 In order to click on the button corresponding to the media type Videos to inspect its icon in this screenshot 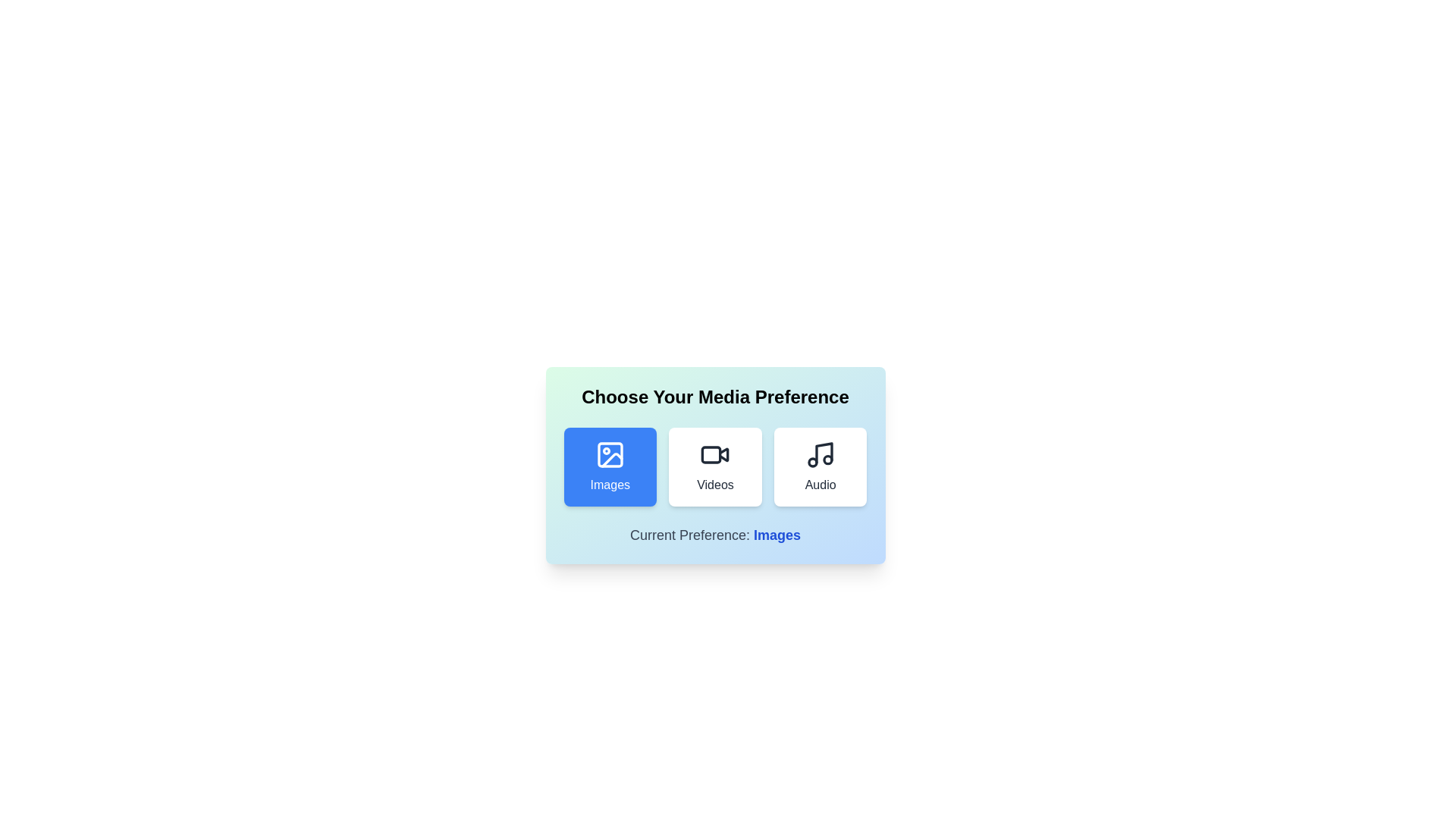, I will do `click(714, 466)`.